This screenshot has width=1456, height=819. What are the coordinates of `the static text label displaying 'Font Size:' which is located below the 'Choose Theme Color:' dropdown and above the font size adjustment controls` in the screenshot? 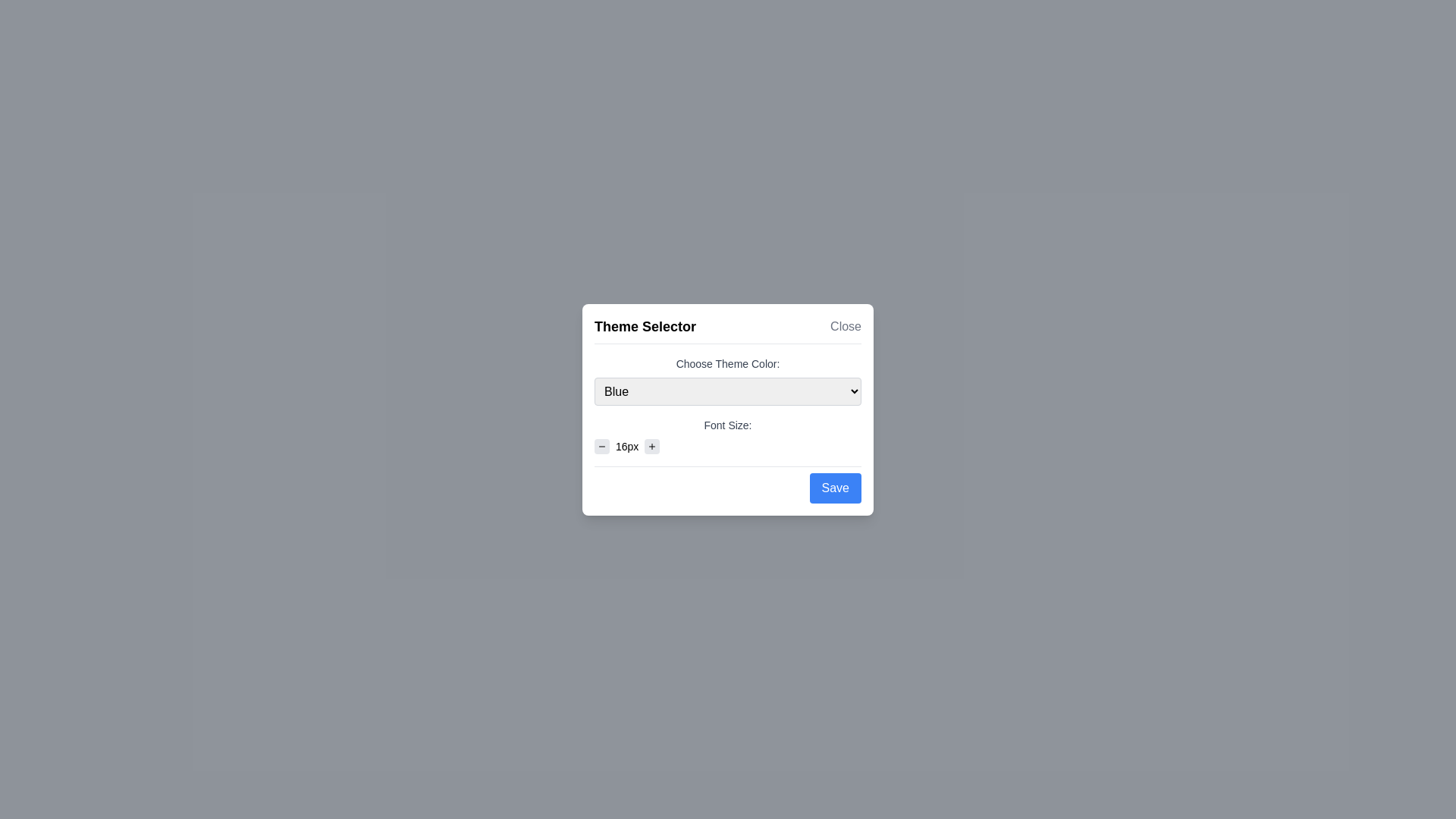 It's located at (728, 424).